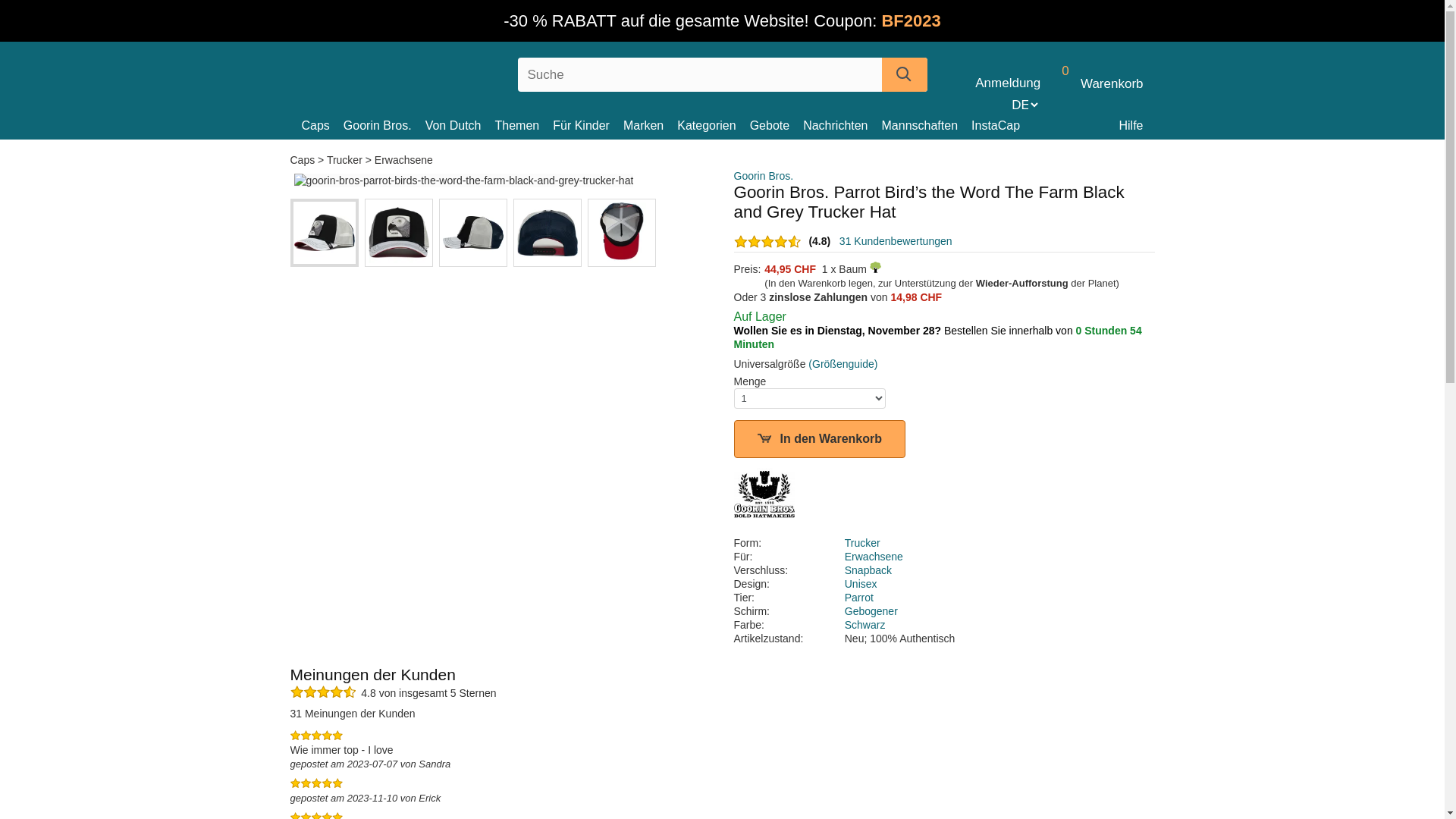  I want to click on 'Schwarz', so click(865, 625).